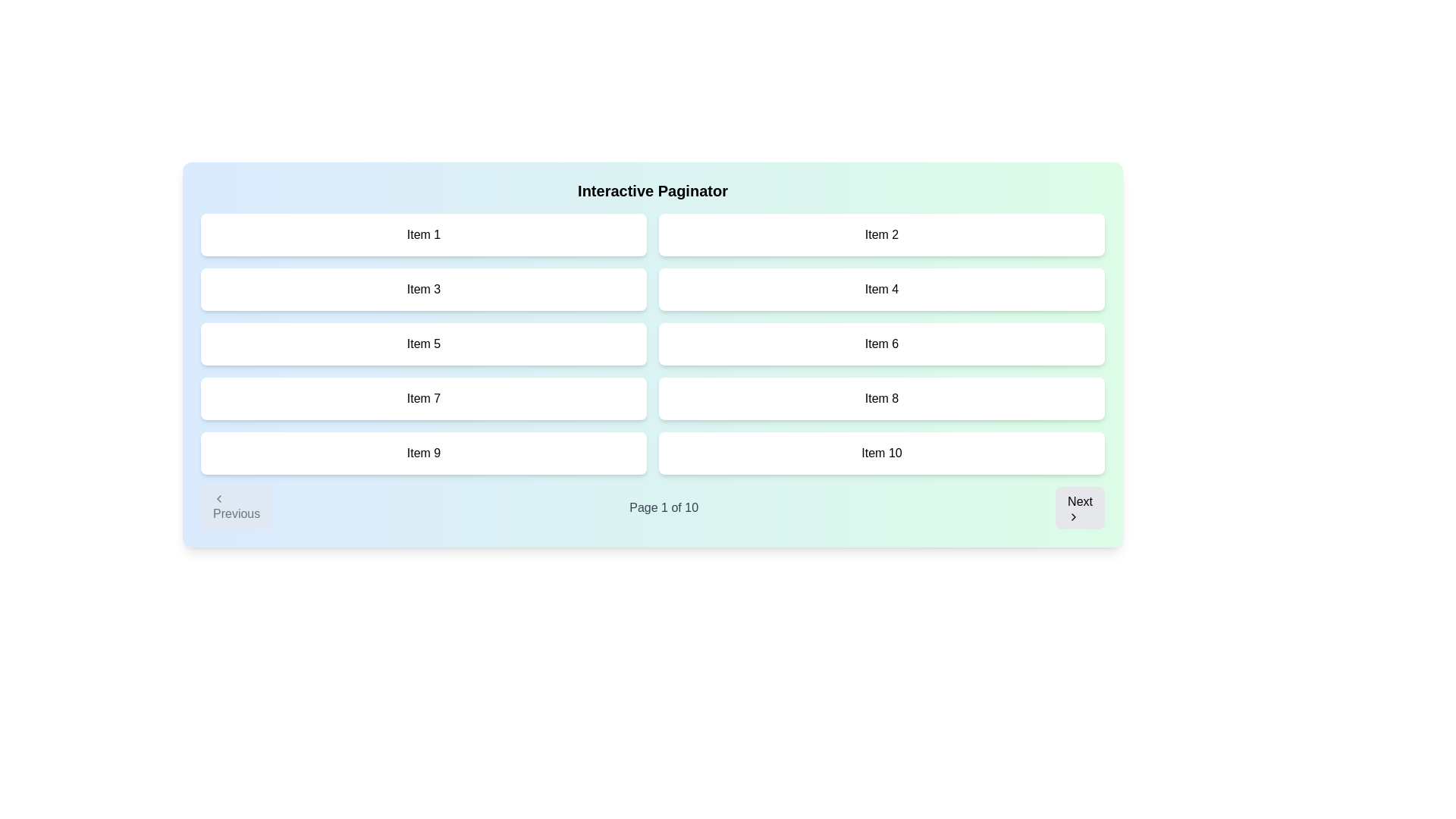 The image size is (1456, 819). Describe the element at coordinates (423, 344) in the screenshot. I see `the Text label representing the fifth item in the list, located in the middle section of the column between 'Item 3' and 'Item 7'` at that location.